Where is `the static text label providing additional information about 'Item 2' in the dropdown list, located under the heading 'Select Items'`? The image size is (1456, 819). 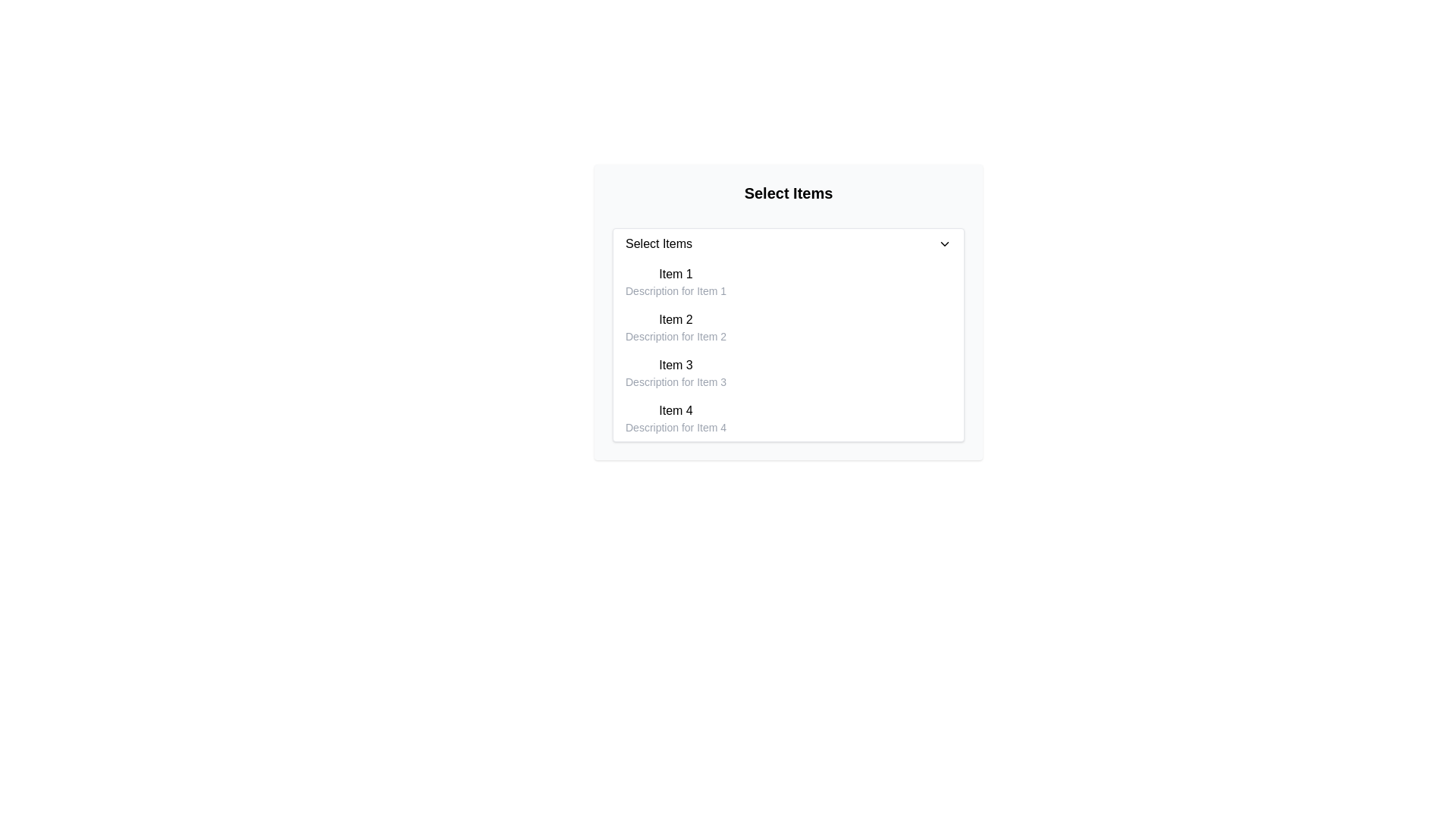 the static text label providing additional information about 'Item 2' in the dropdown list, located under the heading 'Select Items' is located at coordinates (675, 335).